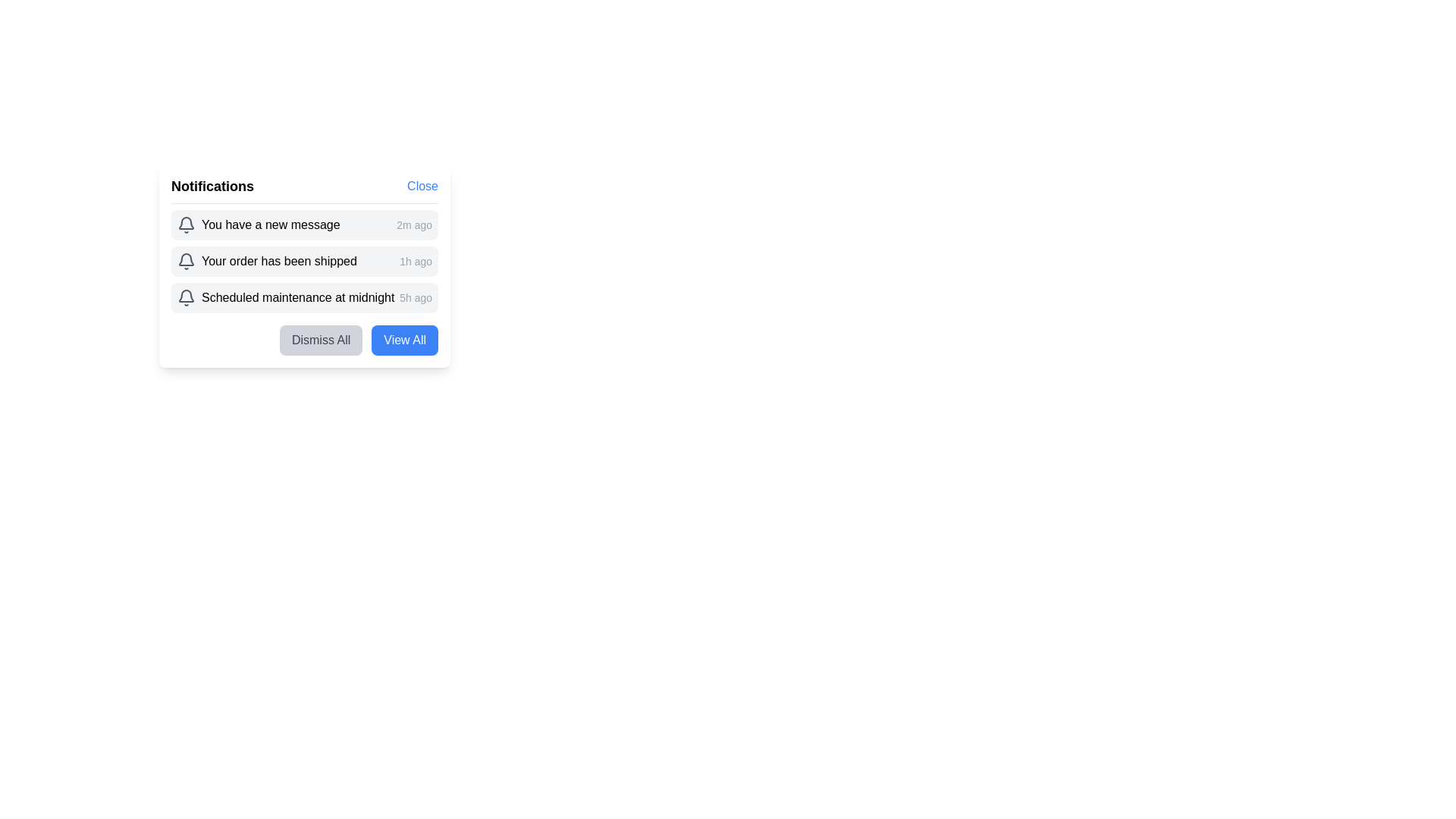 The width and height of the screenshot is (1456, 819). I want to click on the timestamp label indicating that the associated notification occurred approximately one hour ago, which is located to the right within the notification titled 'Your order has been shipped', so click(416, 260).